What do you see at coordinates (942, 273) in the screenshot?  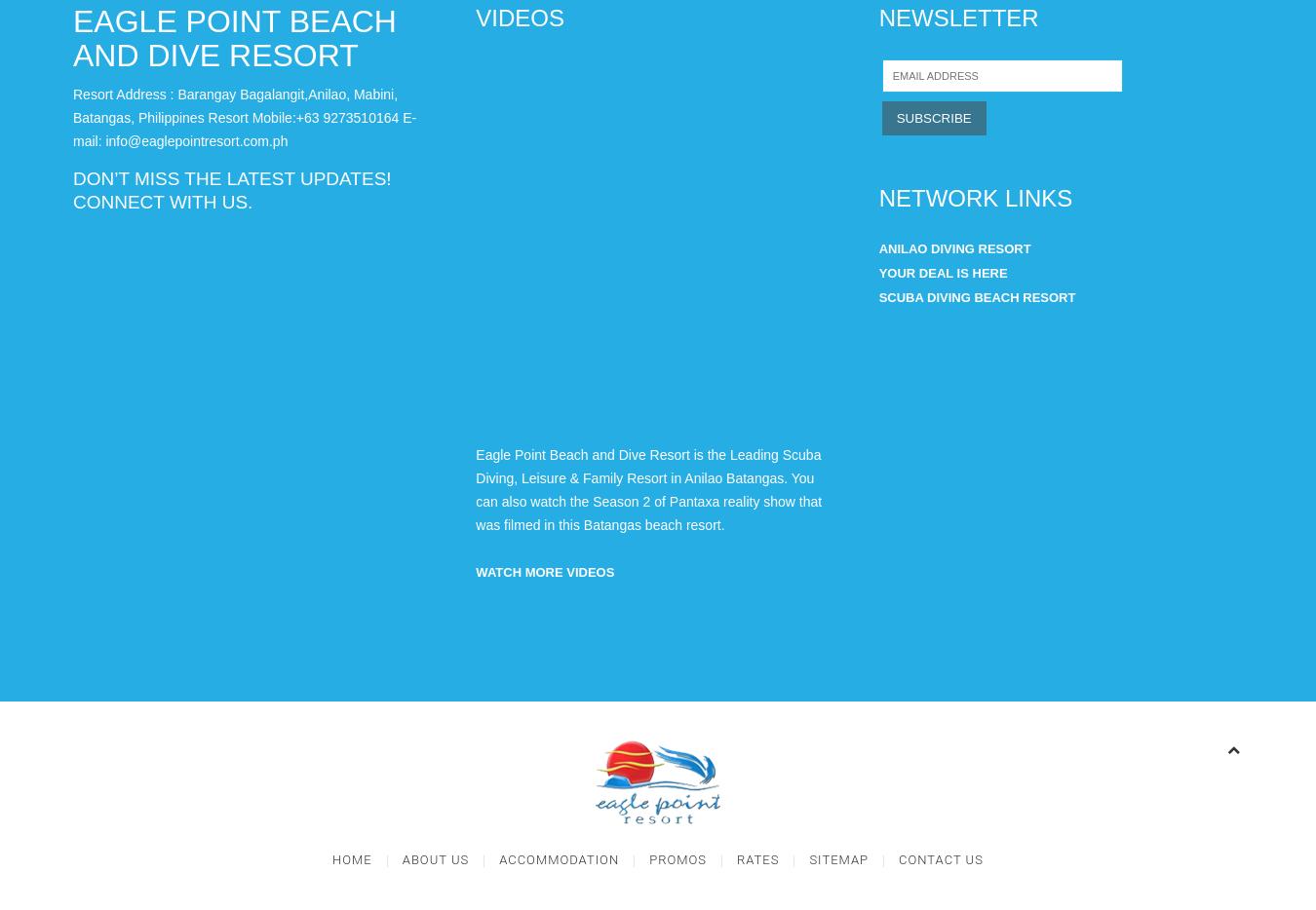 I see `'Your Deal is Here'` at bounding box center [942, 273].